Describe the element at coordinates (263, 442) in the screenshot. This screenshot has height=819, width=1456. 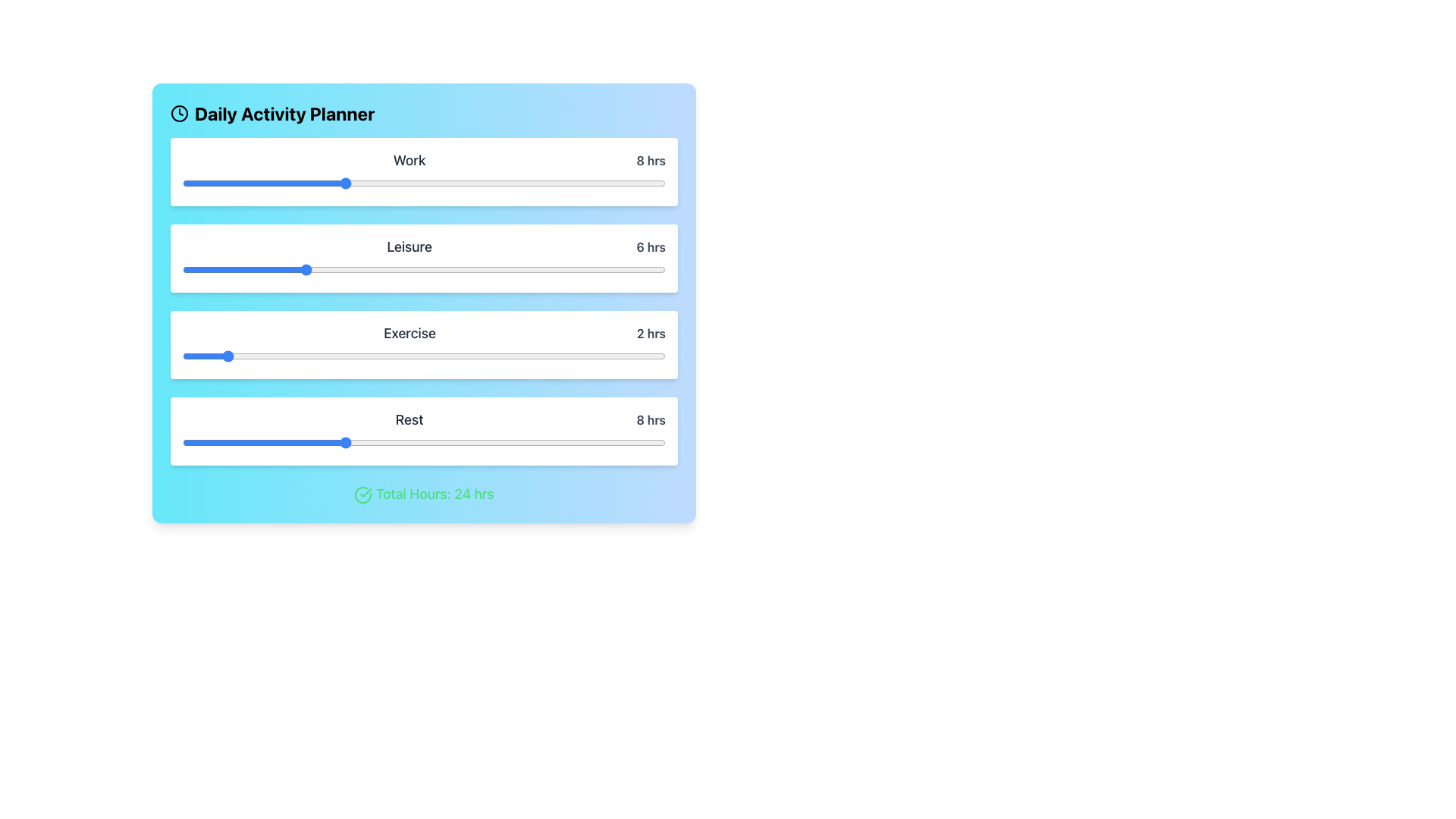
I see `the 'Rest' hours` at that location.